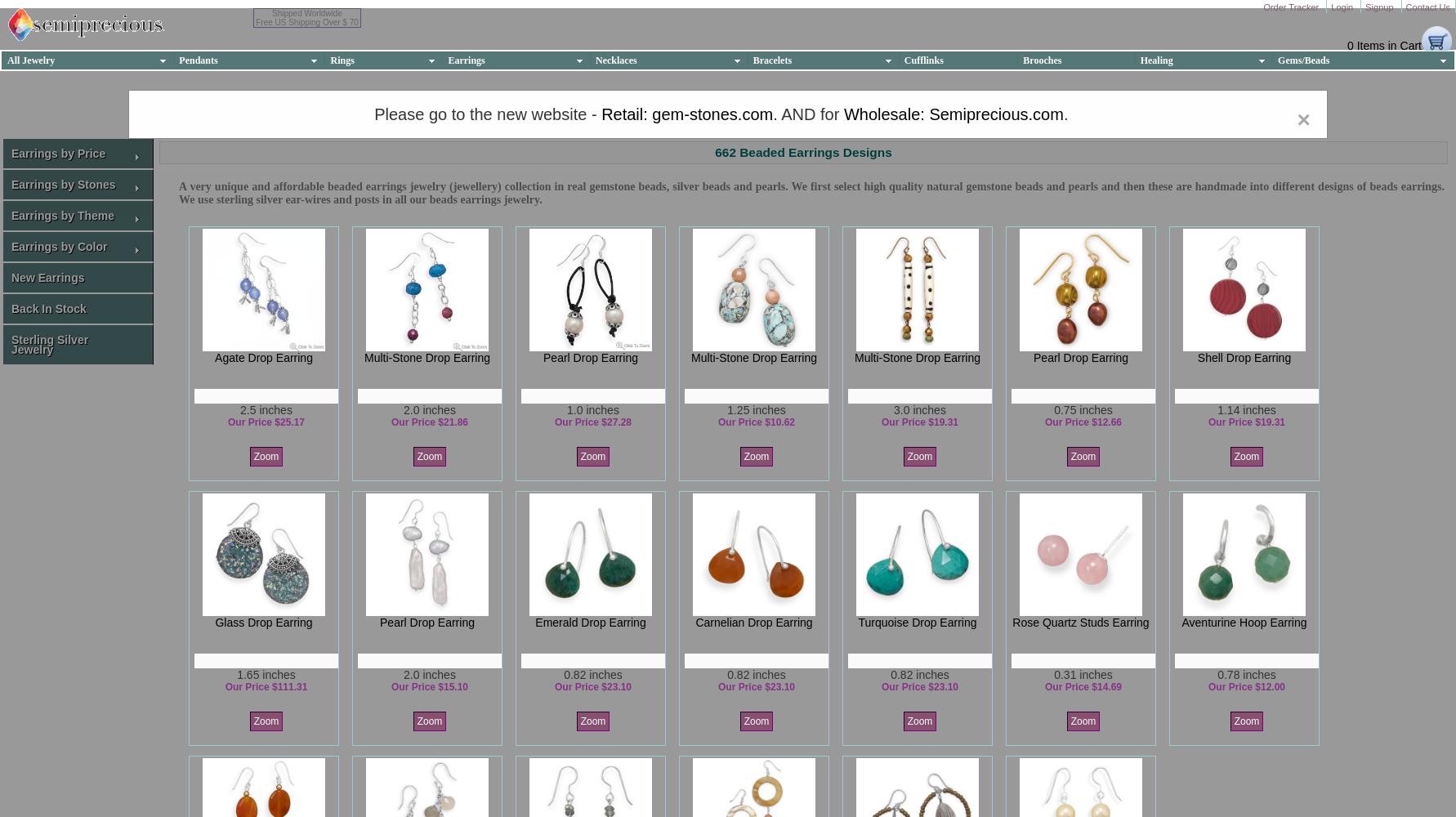 Image resolution: width=1456 pixels, height=817 pixels. I want to click on 'YOU HAVE ACCESSED THE OLD WEBSITE.', so click(726, 102).